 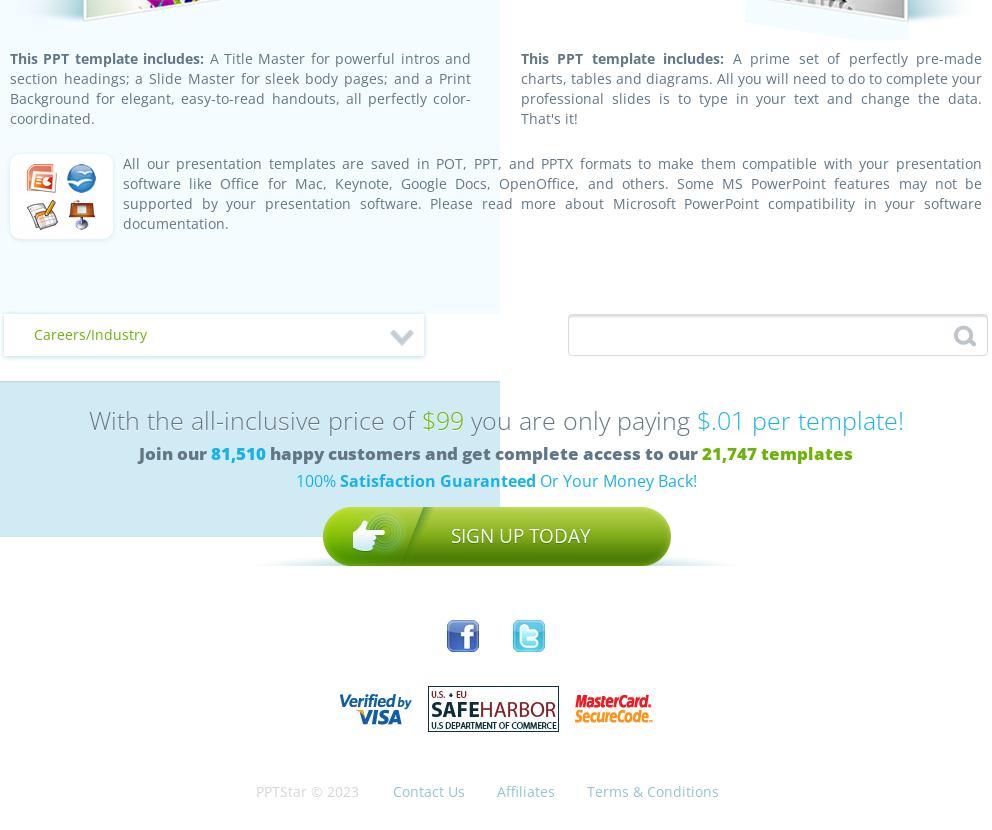 I want to click on 'you are only paying', so click(x=578, y=419).